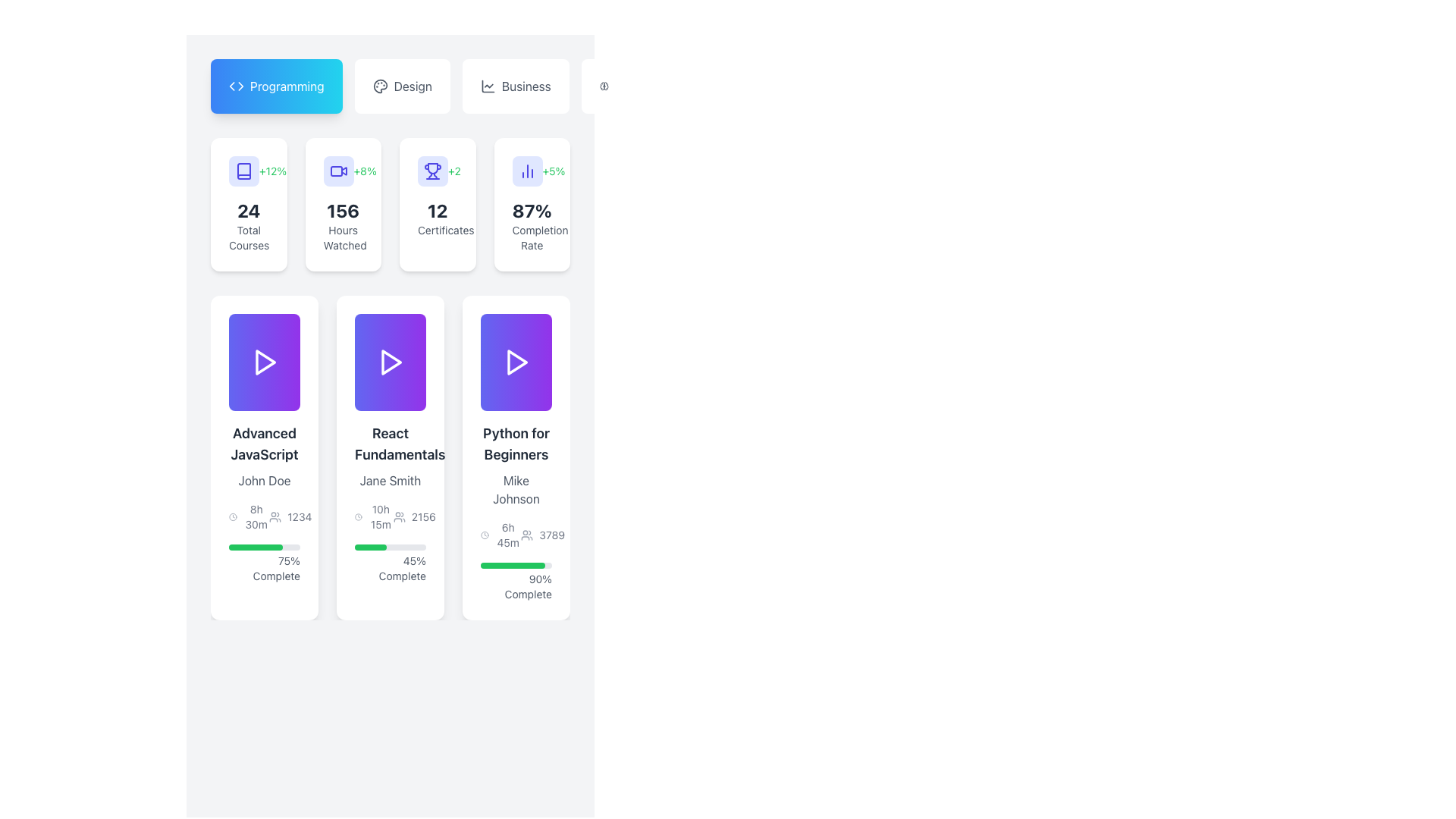 The width and height of the screenshot is (1456, 819). What do you see at coordinates (532, 205) in the screenshot?
I see `the Informational Card located at the far right of the metrics section to get more details about the completion rate` at bounding box center [532, 205].